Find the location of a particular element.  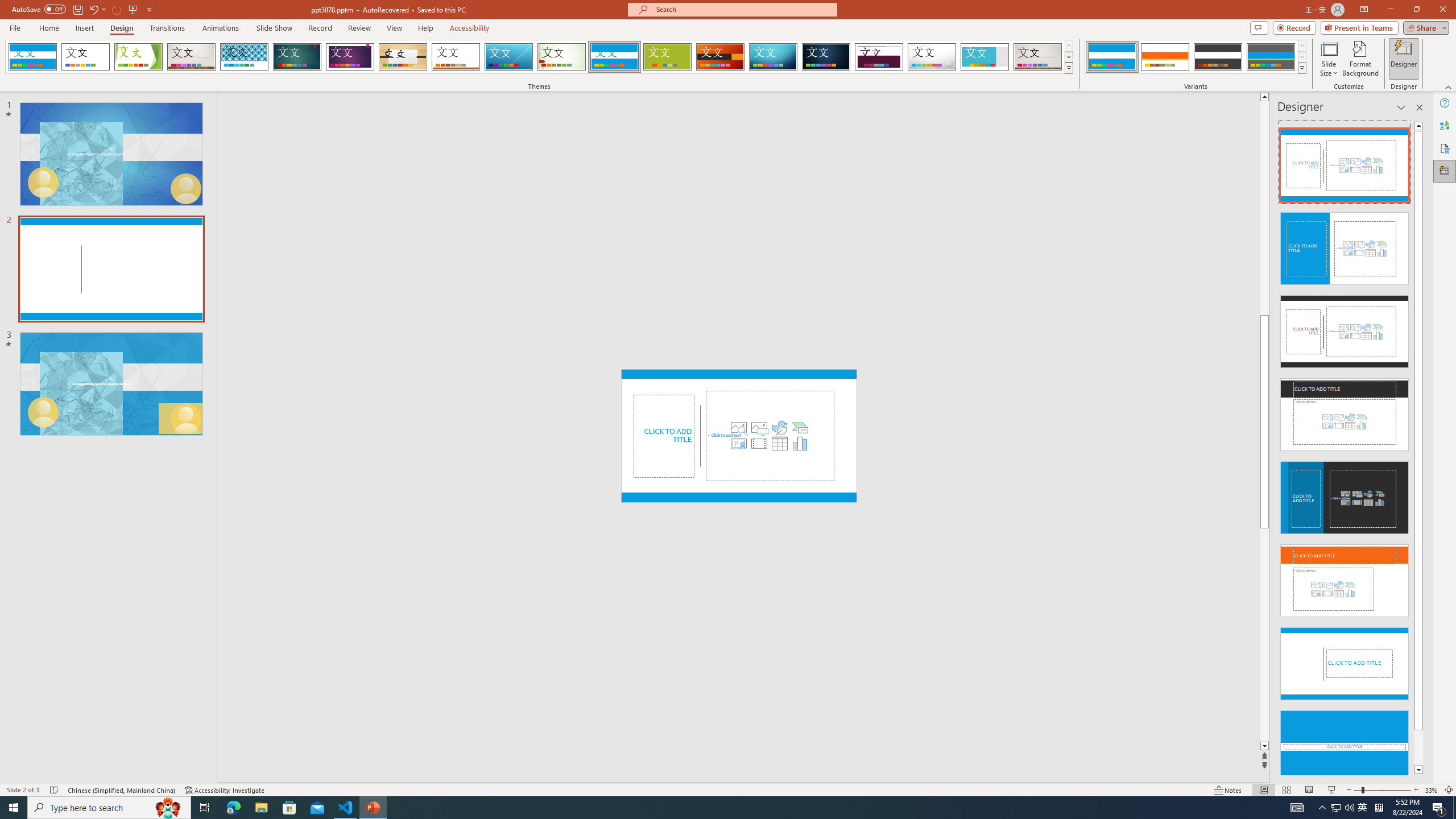

'Banded Variant 2' is located at coordinates (1164, 56).